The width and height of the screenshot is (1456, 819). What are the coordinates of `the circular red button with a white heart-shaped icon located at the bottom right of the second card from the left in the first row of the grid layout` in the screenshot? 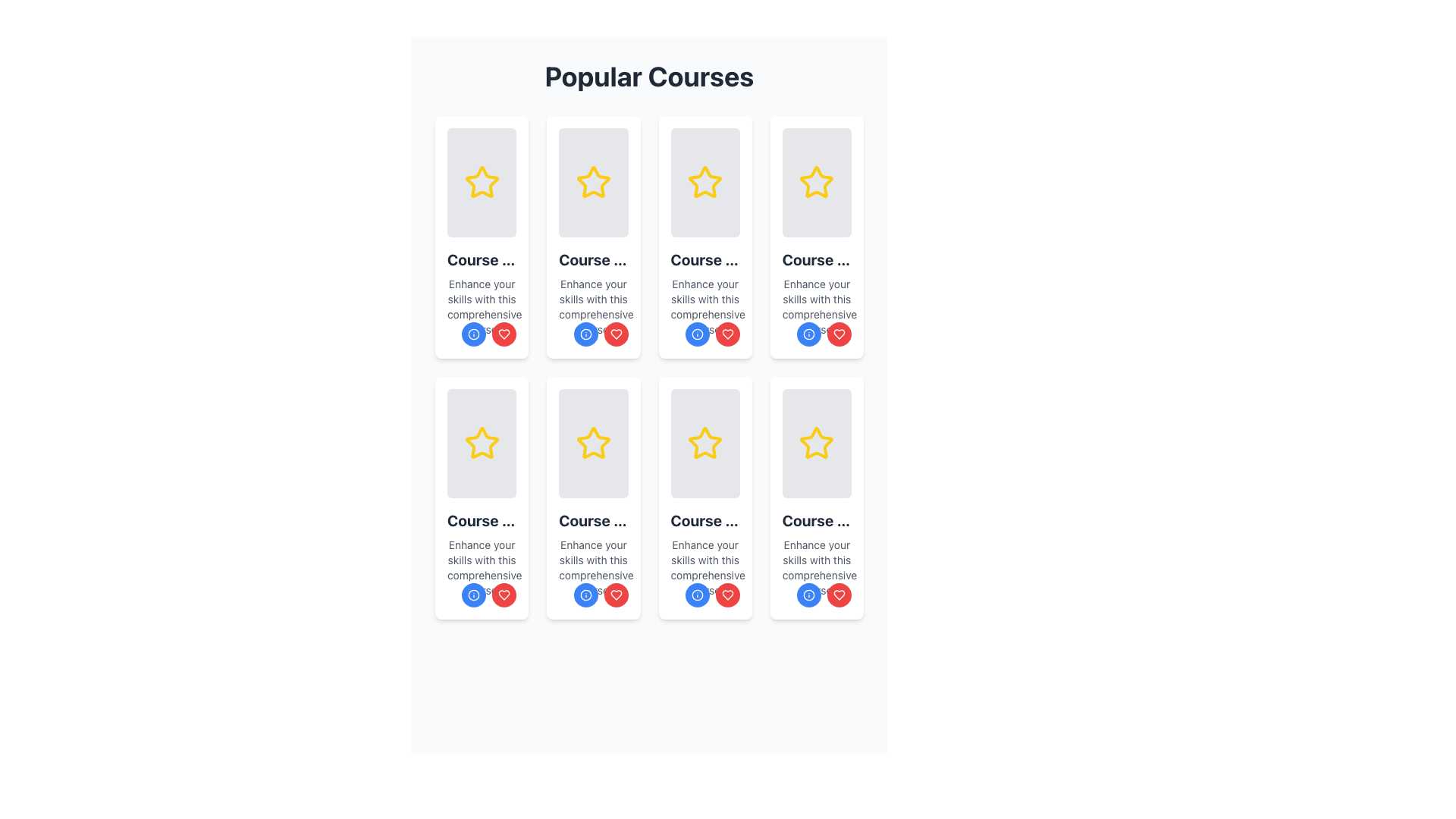 It's located at (616, 333).